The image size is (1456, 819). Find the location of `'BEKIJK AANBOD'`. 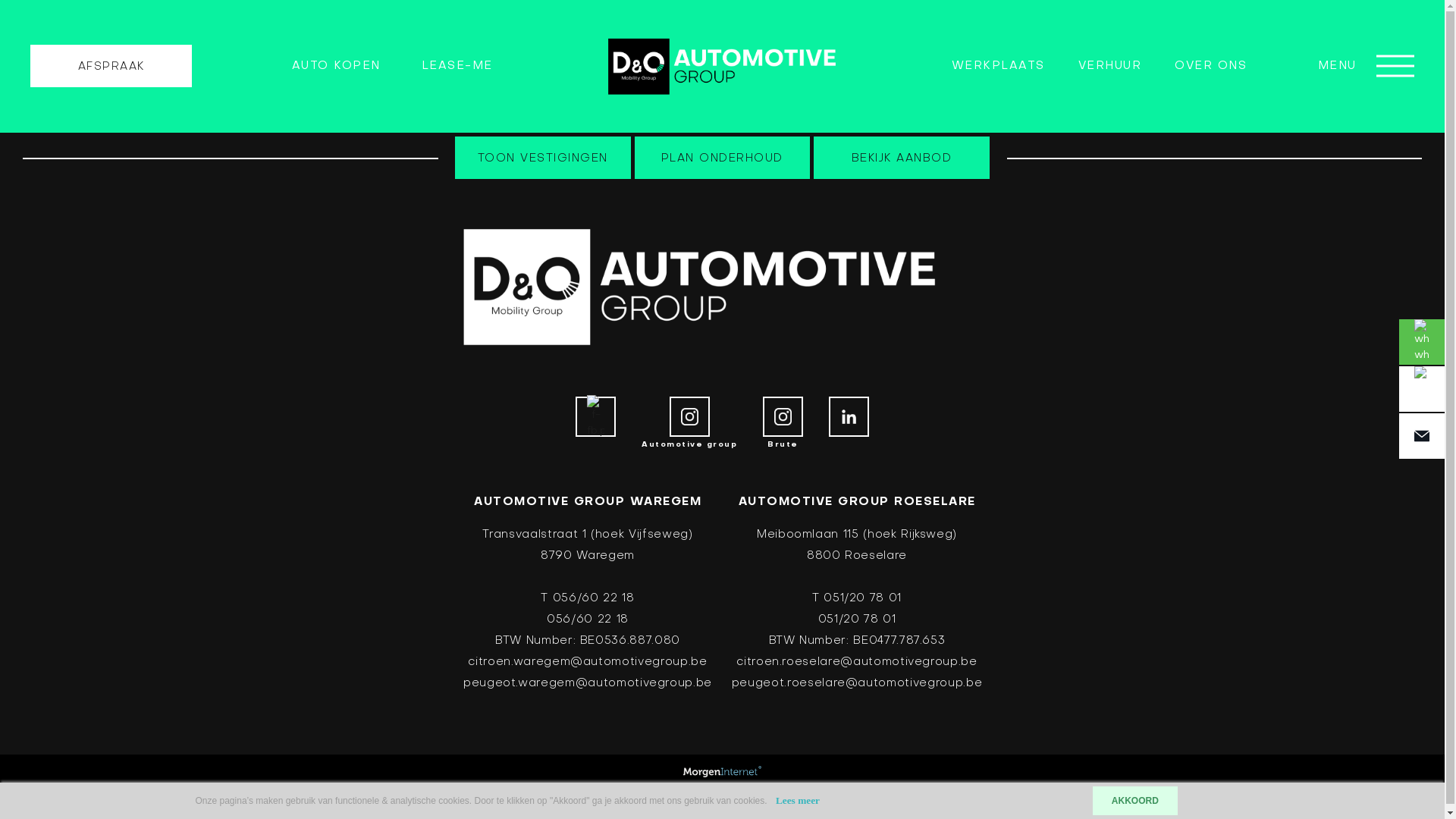

'BEKIJK AANBOD' is located at coordinates (902, 158).